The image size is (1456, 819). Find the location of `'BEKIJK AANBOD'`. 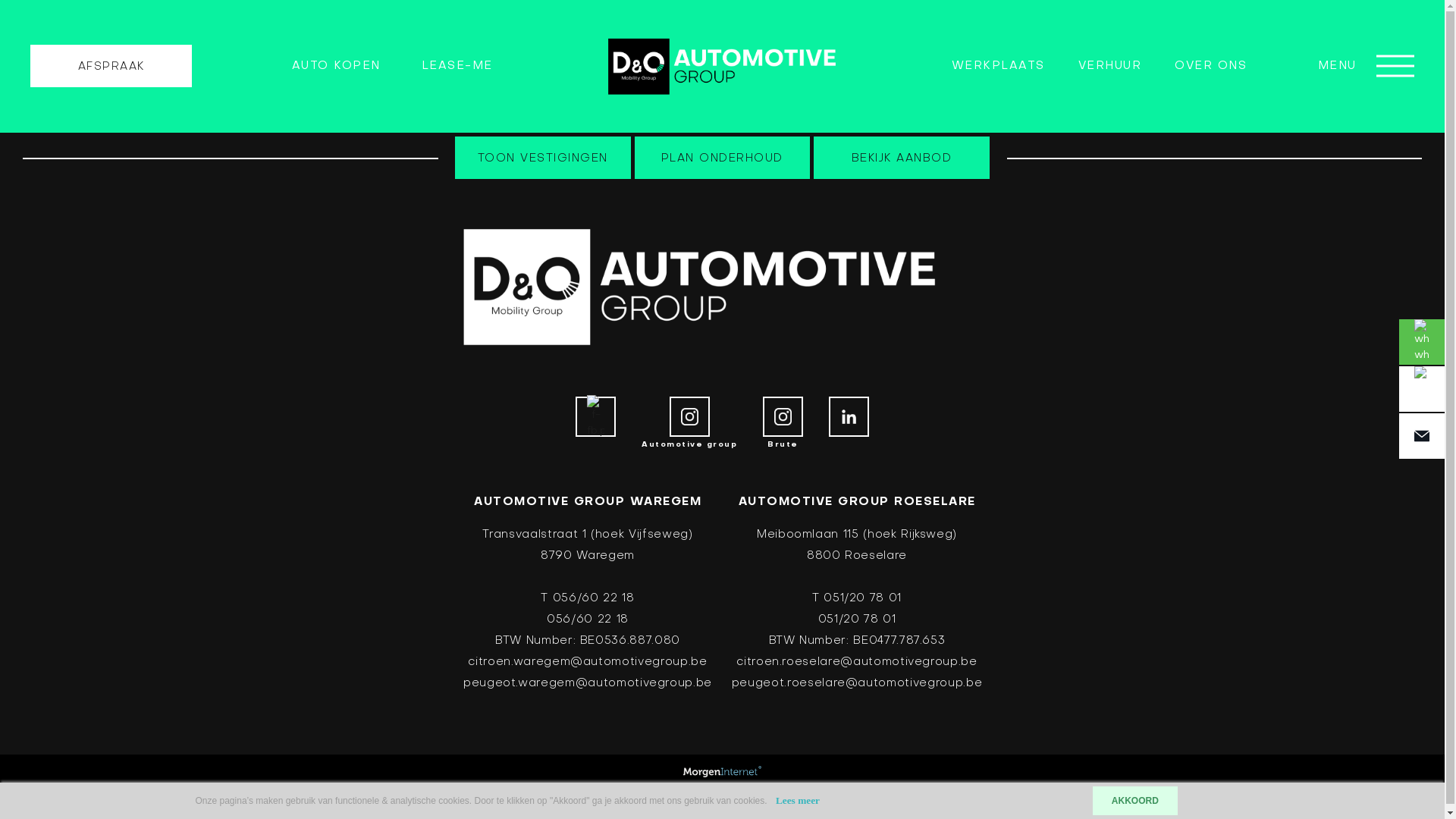

'BEKIJK AANBOD' is located at coordinates (902, 158).